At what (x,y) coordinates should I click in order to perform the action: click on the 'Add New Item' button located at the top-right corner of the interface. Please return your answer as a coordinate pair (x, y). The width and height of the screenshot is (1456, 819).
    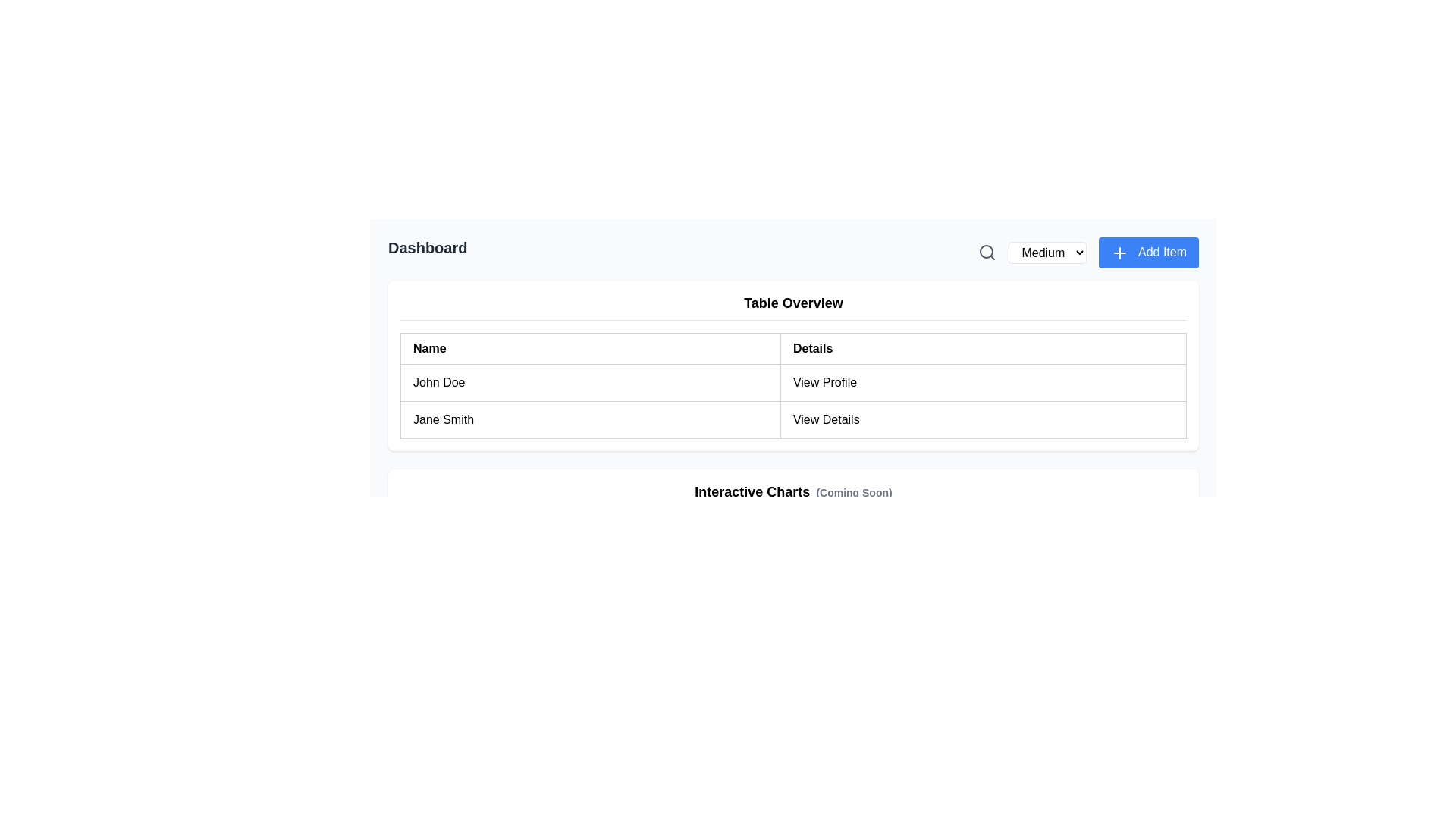
    Looking at the image, I should click on (1149, 252).